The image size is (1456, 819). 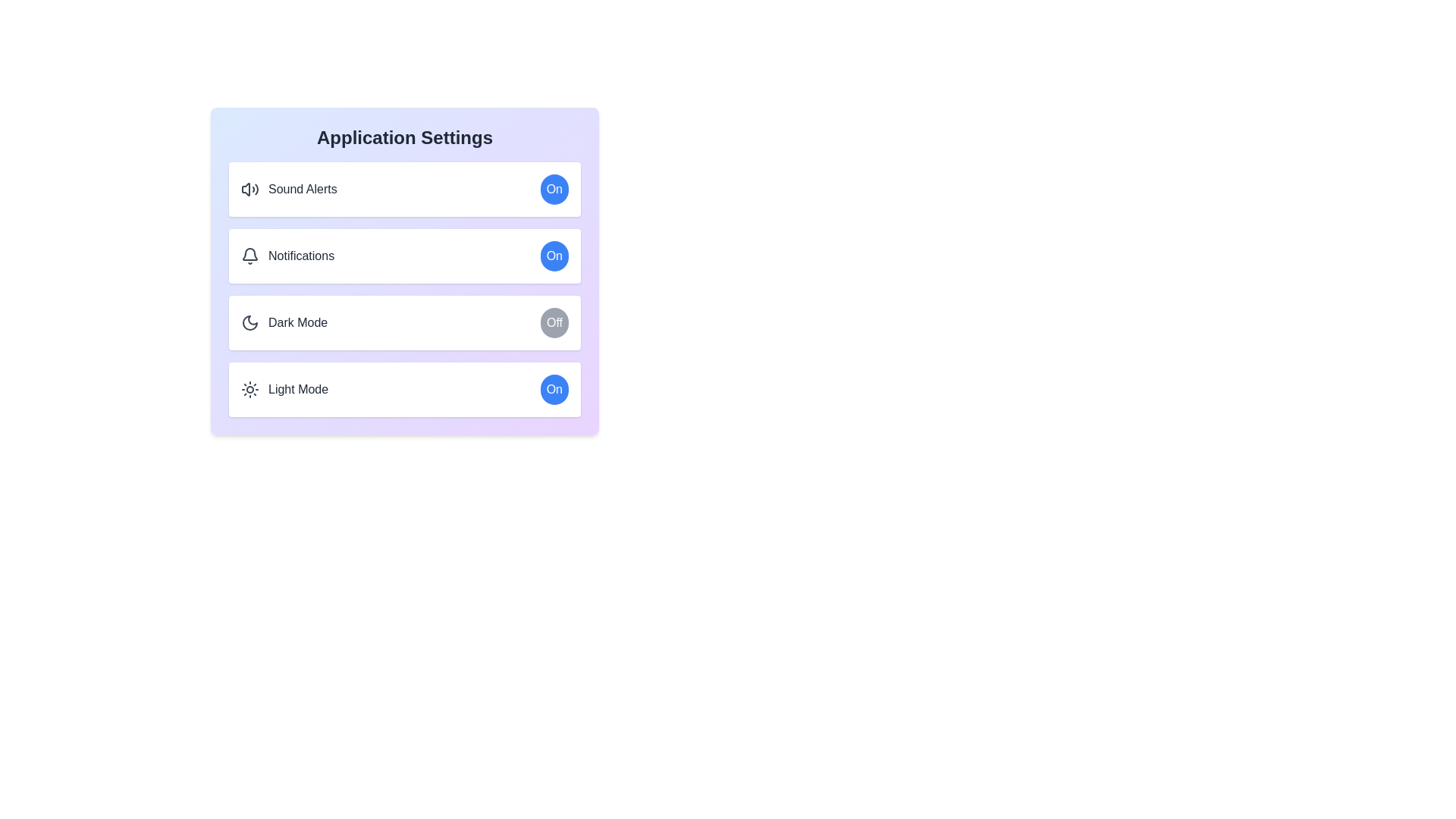 What do you see at coordinates (554, 388) in the screenshot?
I see `the rounded blue button labeled 'On' located at the far right of the 'Light Mode' row in the stacked settings menu for tooltip or visual feedback` at bounding box center [554, 388].